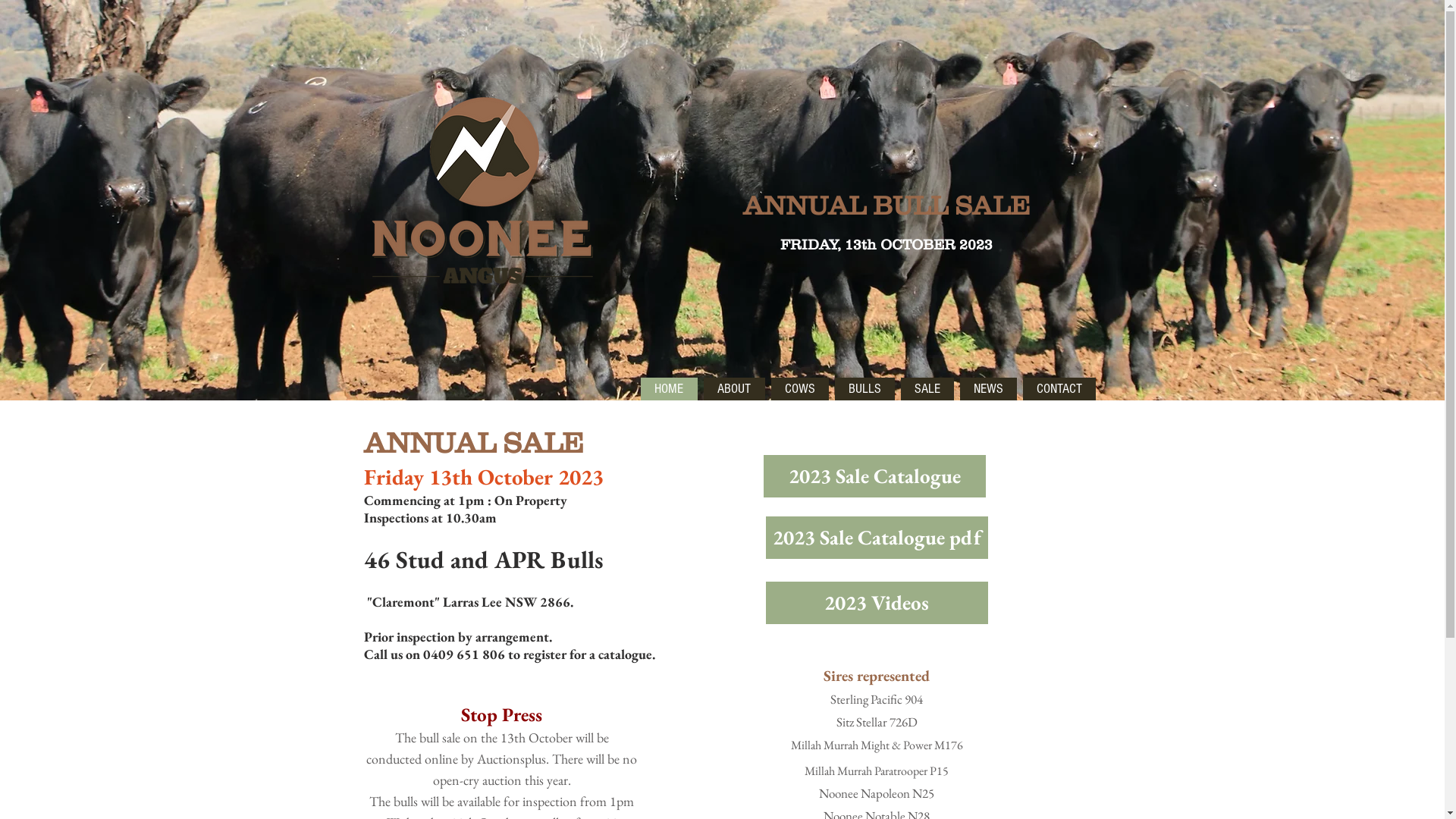  What do you see at coordinates (877, 601) in the screenshot?
I see `'2023 Videos'` at bounding box center [877, 601].